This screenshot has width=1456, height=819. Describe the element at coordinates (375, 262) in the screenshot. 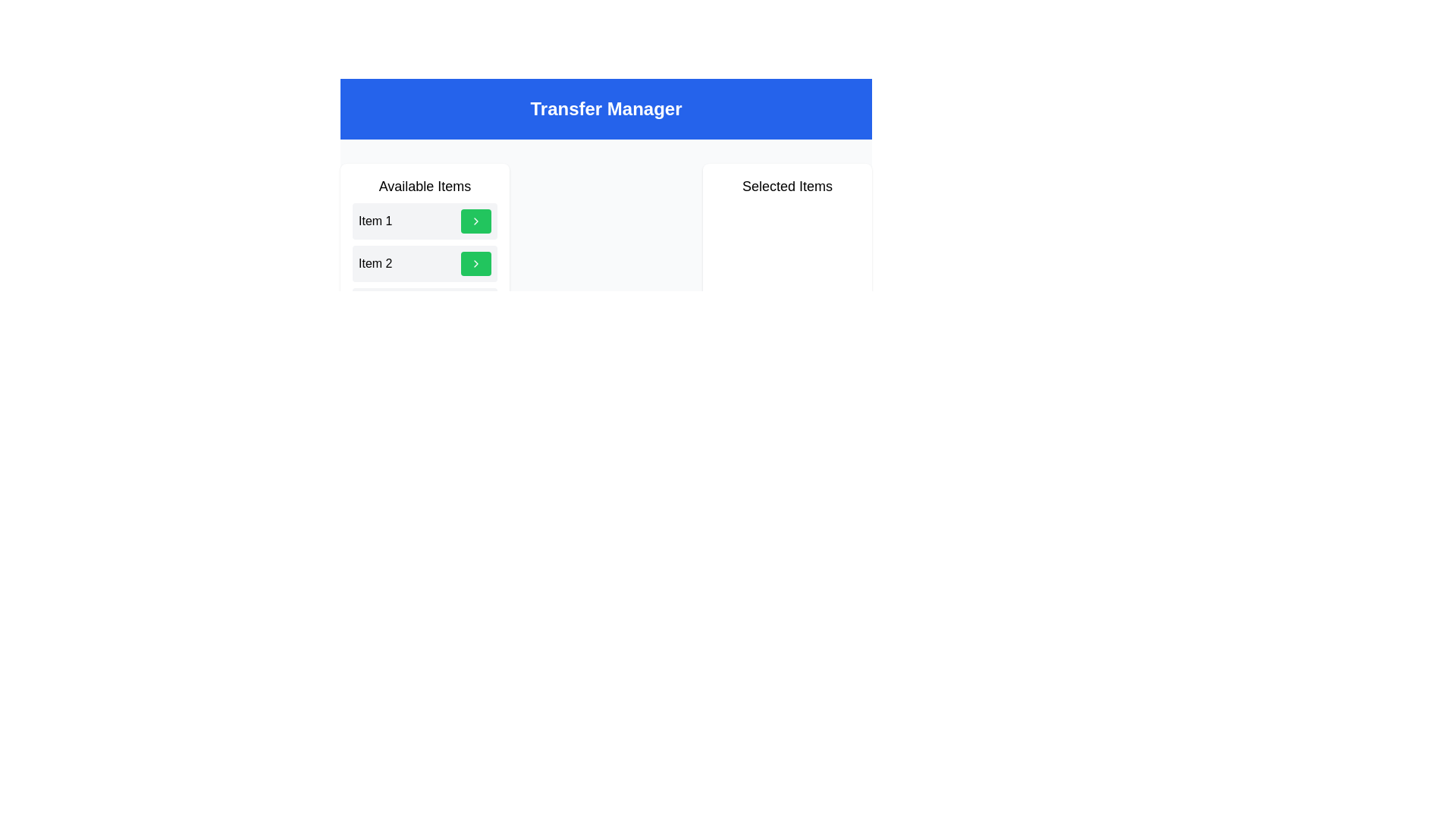

I see `the 'Item 2' text label in the gray box with rounded corners` at that location.